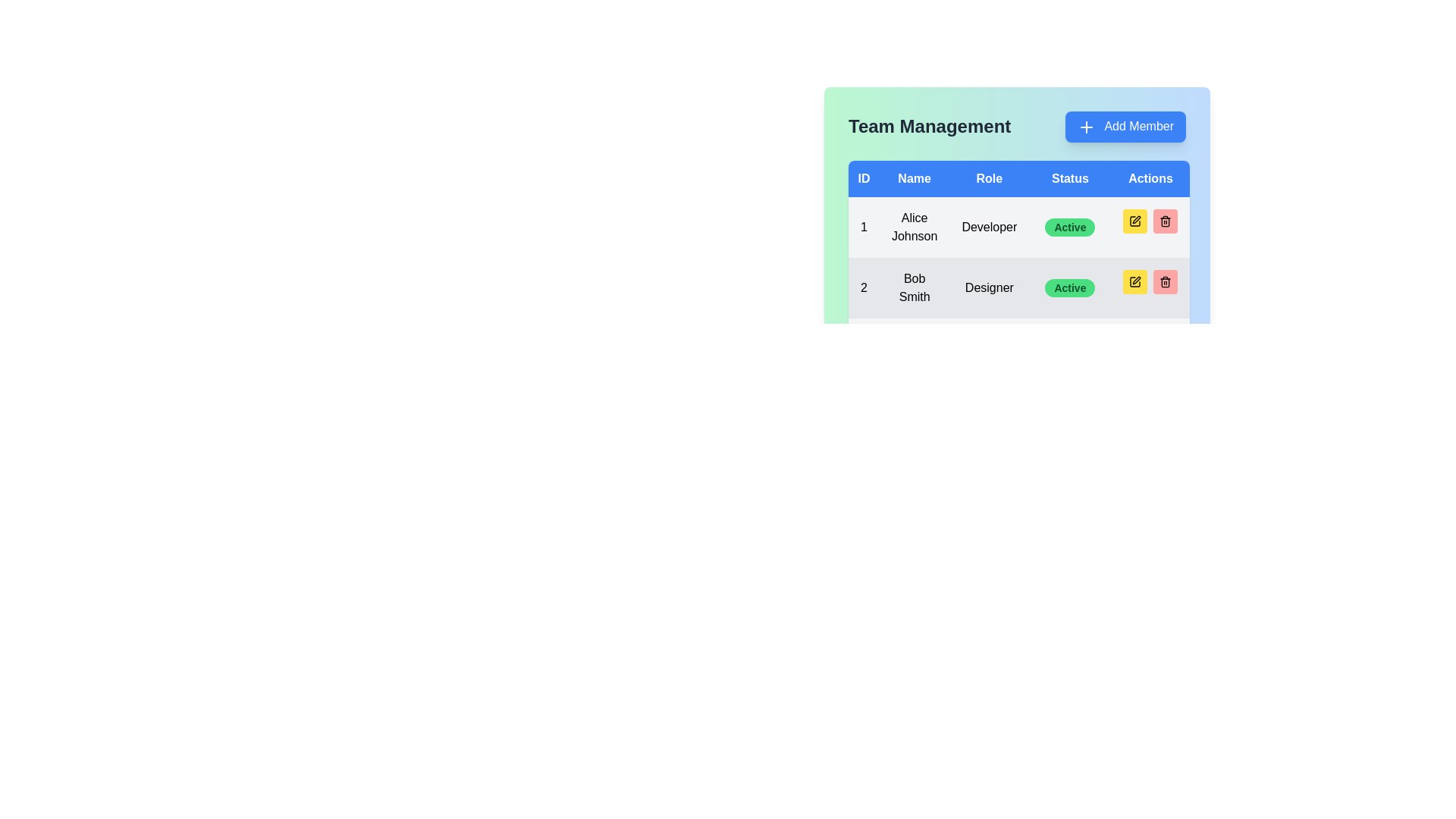 This screenshot has height=819, width=1456. Describe the element at coordinates (1085, 126) in the screenshot. I see `the cross-icon within the blue 'Add Member' button located in the upper-right corner of the main interface` at that location.